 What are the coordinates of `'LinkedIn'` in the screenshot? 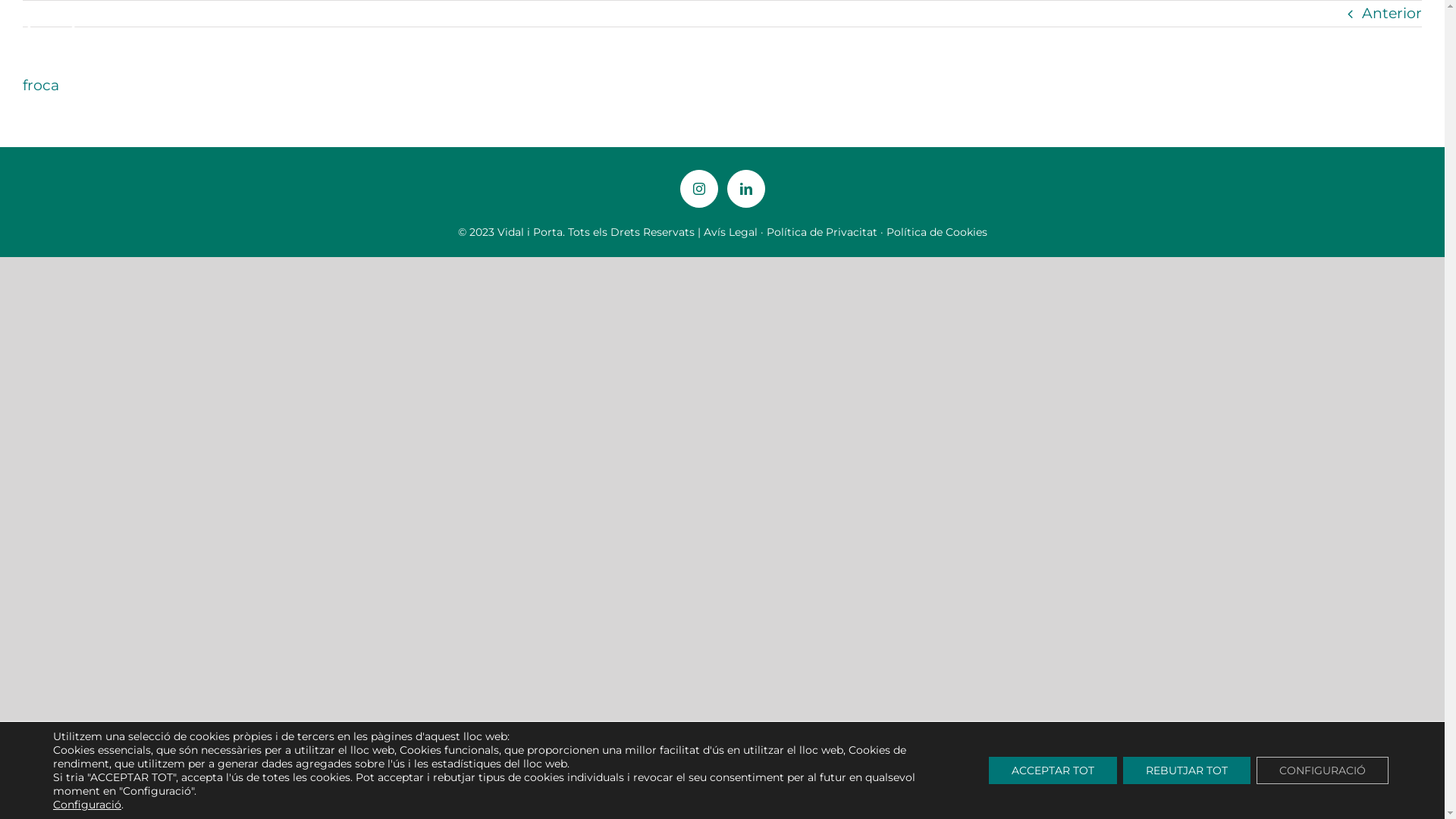 It's located at (745, 188).